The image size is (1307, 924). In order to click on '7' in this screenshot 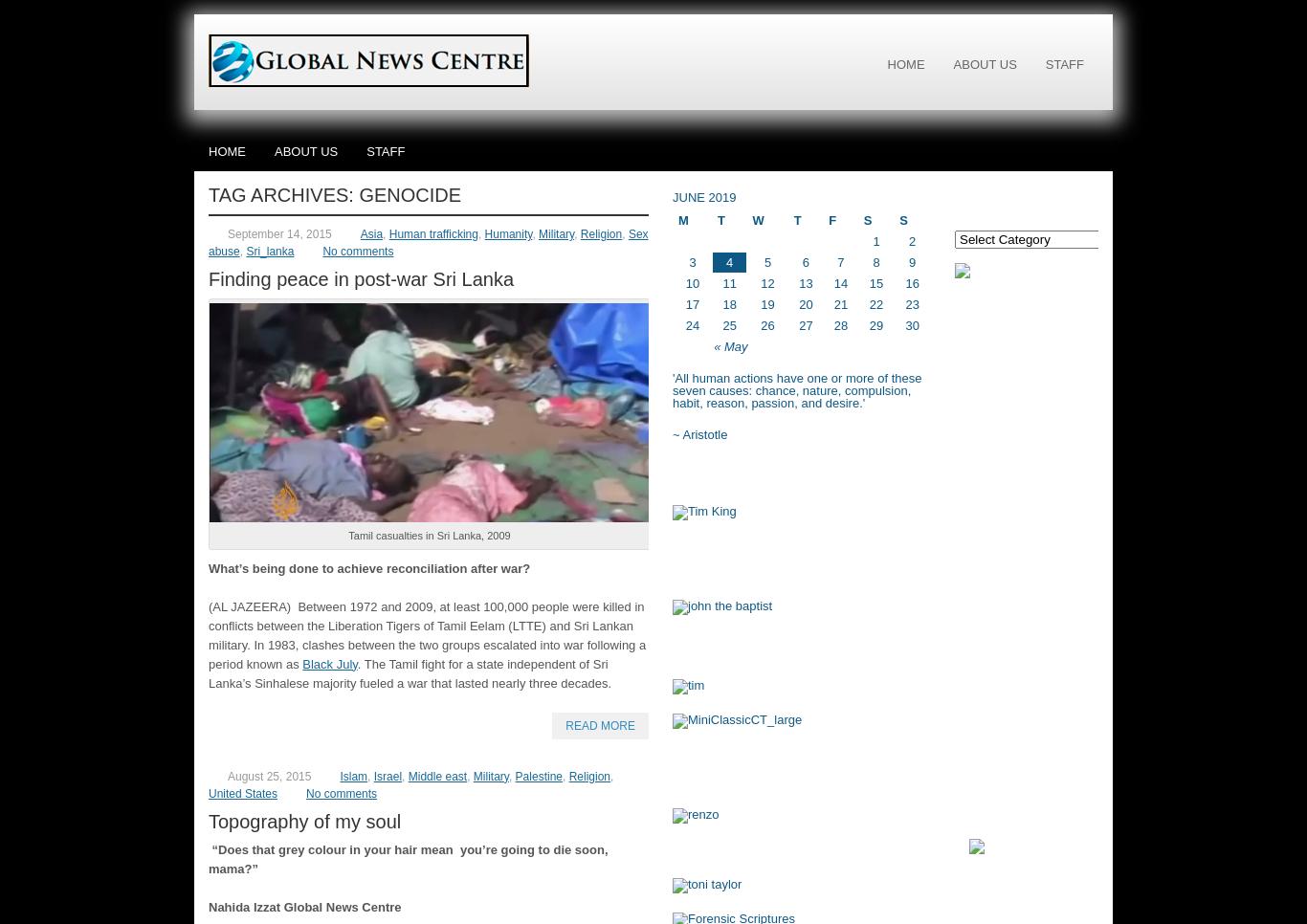, I will do `click(839, 262)`.